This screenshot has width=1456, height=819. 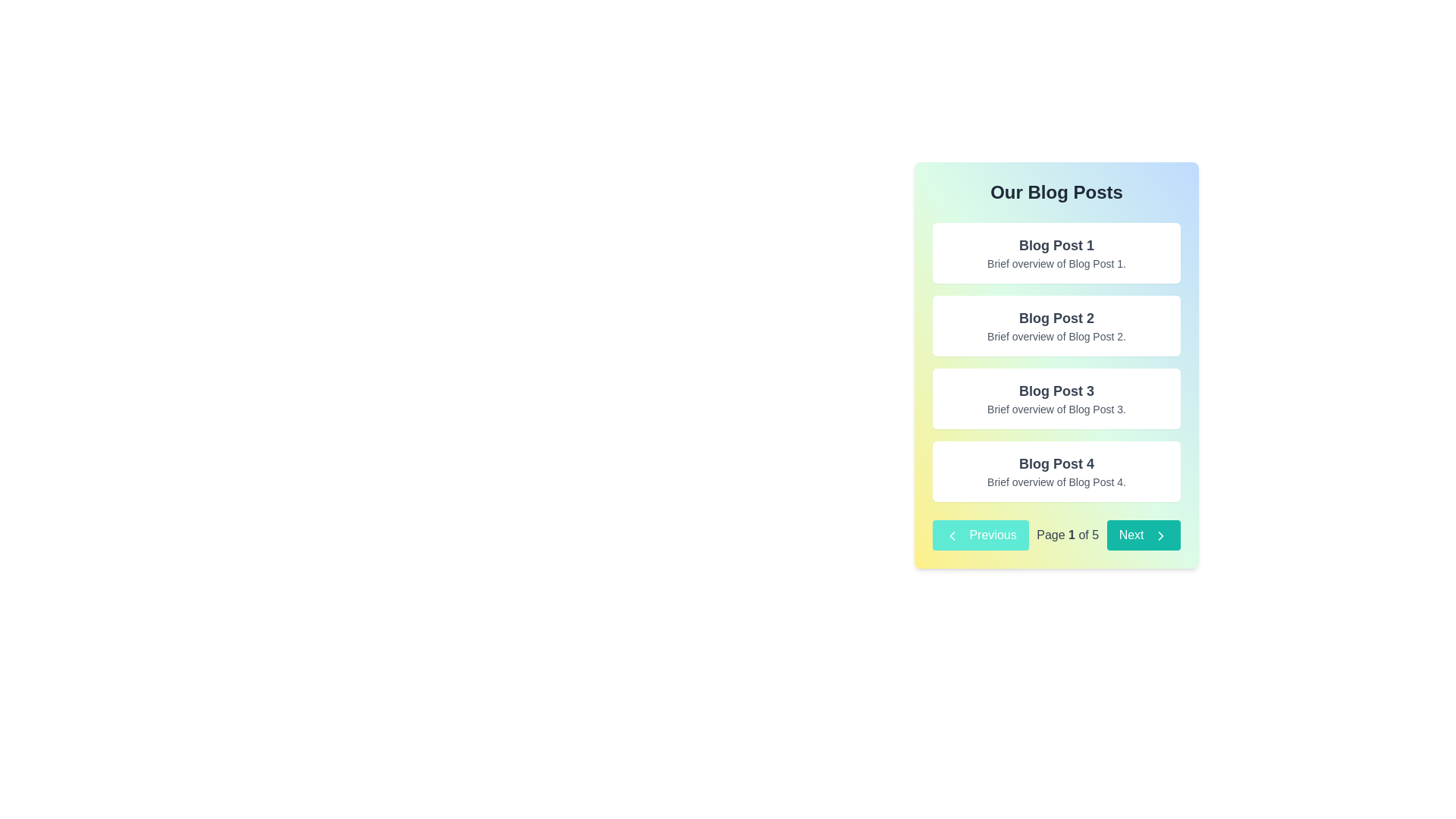 What do you see at coordinates (1056, 482) in the screenshot?
I see `the text display showing 'Brief overview of Blog Post 4.' which is styled in a smaller font size and gray color, positioned as a subtitle below the title 'Blog Post 4'` at bounding box center [1056, 482].